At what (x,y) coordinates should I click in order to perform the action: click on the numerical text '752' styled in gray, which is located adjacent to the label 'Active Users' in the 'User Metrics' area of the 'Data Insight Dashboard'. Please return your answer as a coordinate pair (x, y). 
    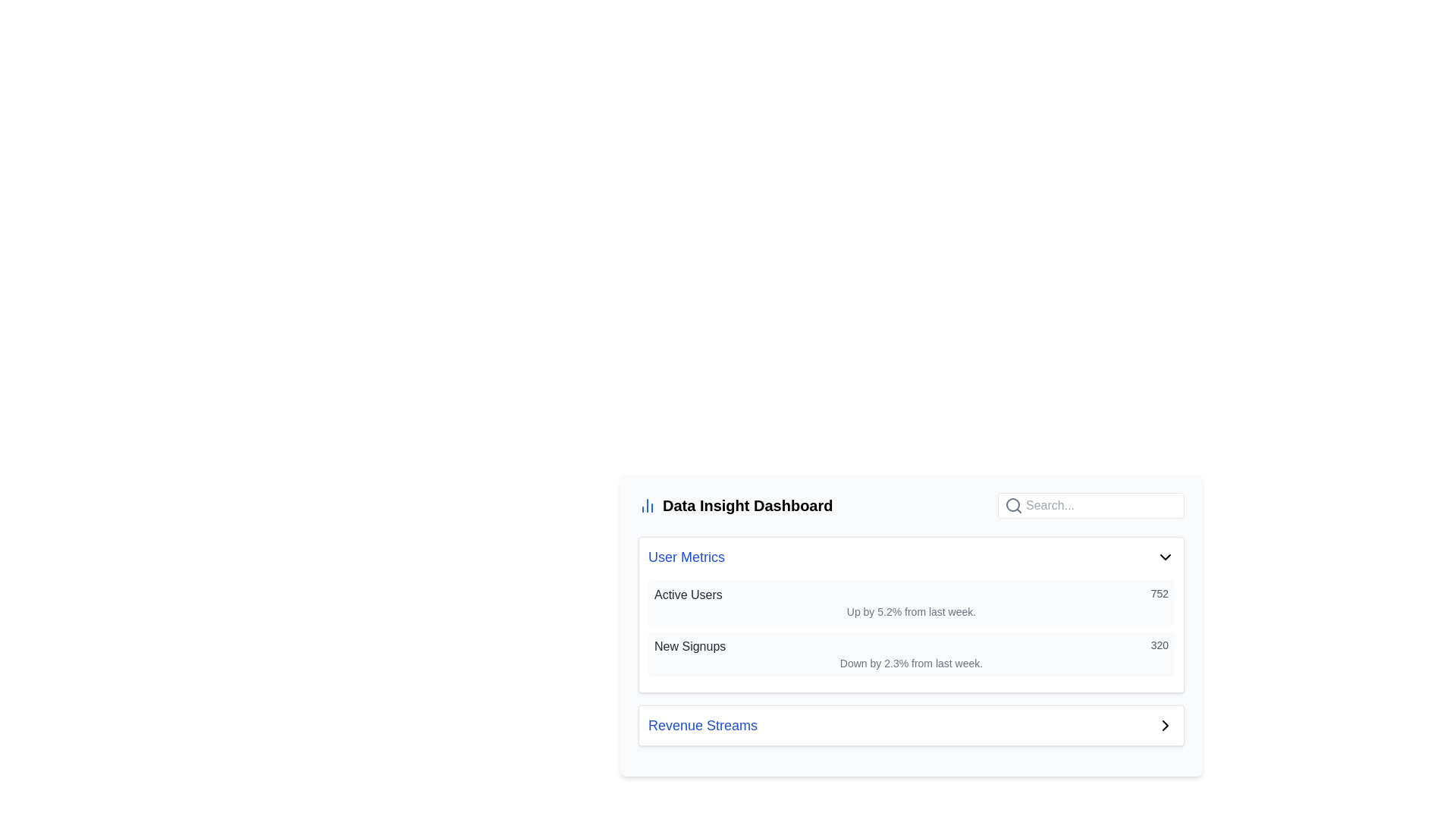
    Looking at the image, I should click on (1159, 595).